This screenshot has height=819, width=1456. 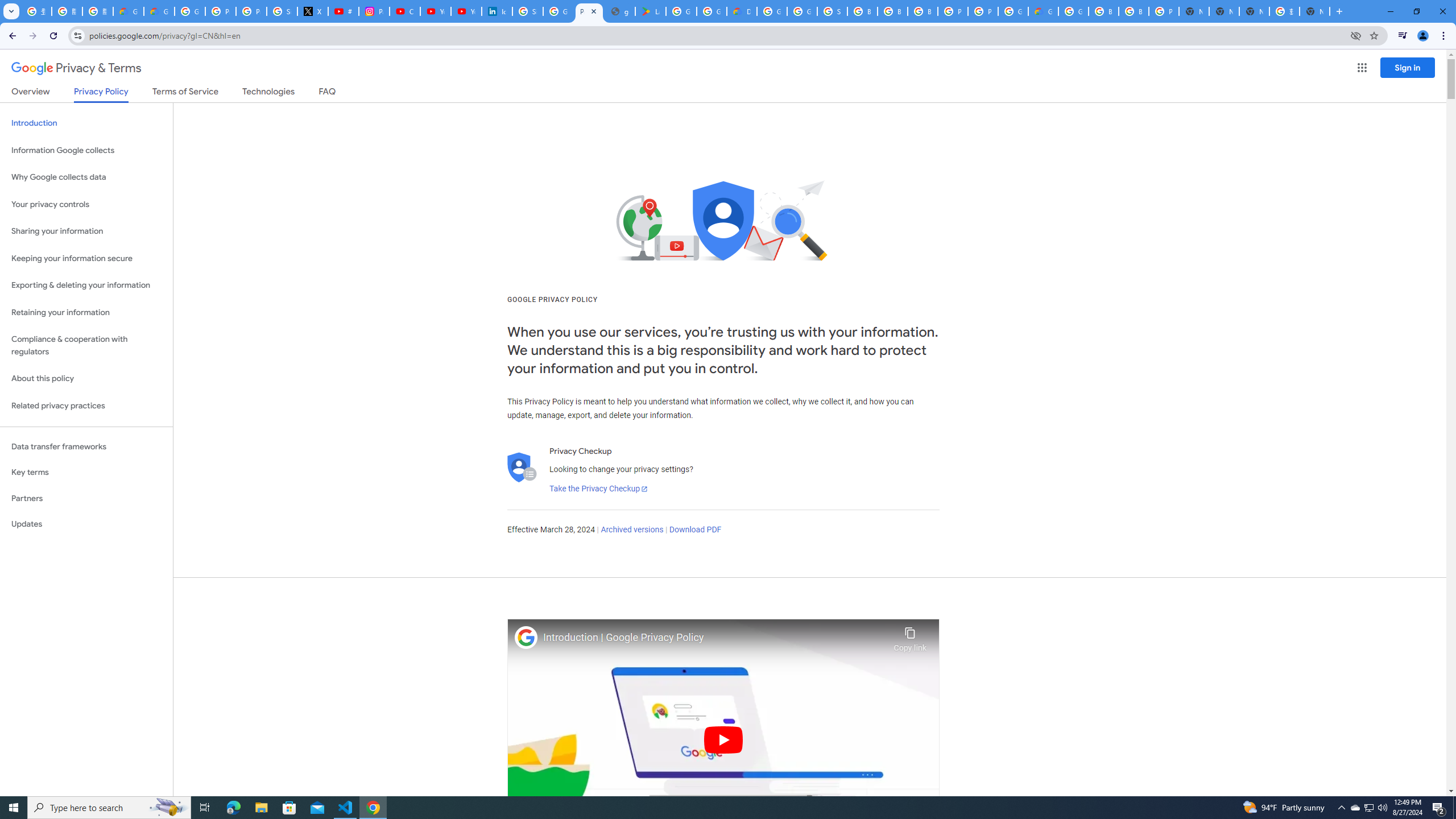 I want to click on 'Play', so click(x=723, y=739).